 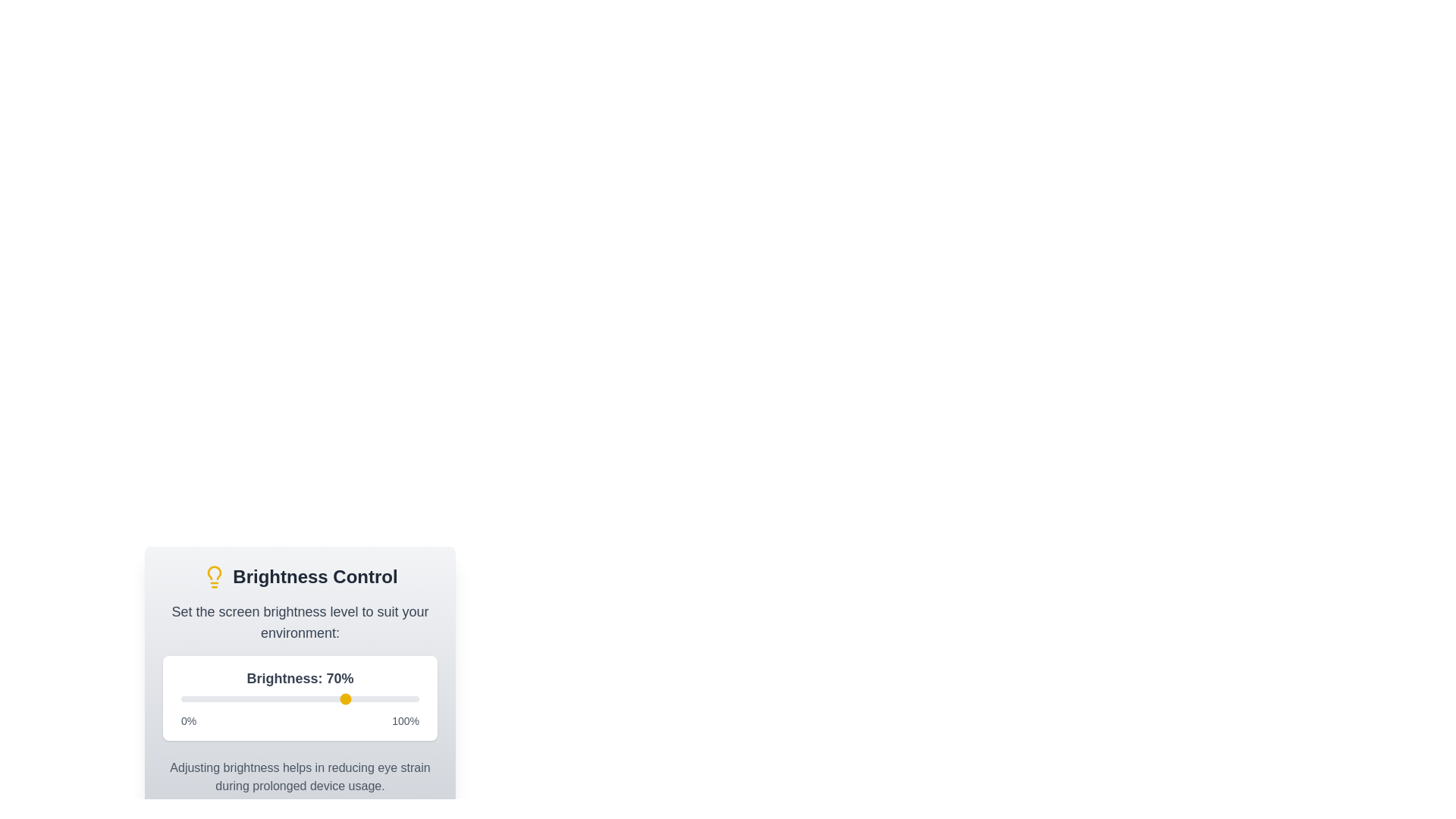 I want to click on the lightbulb icon to toggle its state, so click(x=214, y=576).